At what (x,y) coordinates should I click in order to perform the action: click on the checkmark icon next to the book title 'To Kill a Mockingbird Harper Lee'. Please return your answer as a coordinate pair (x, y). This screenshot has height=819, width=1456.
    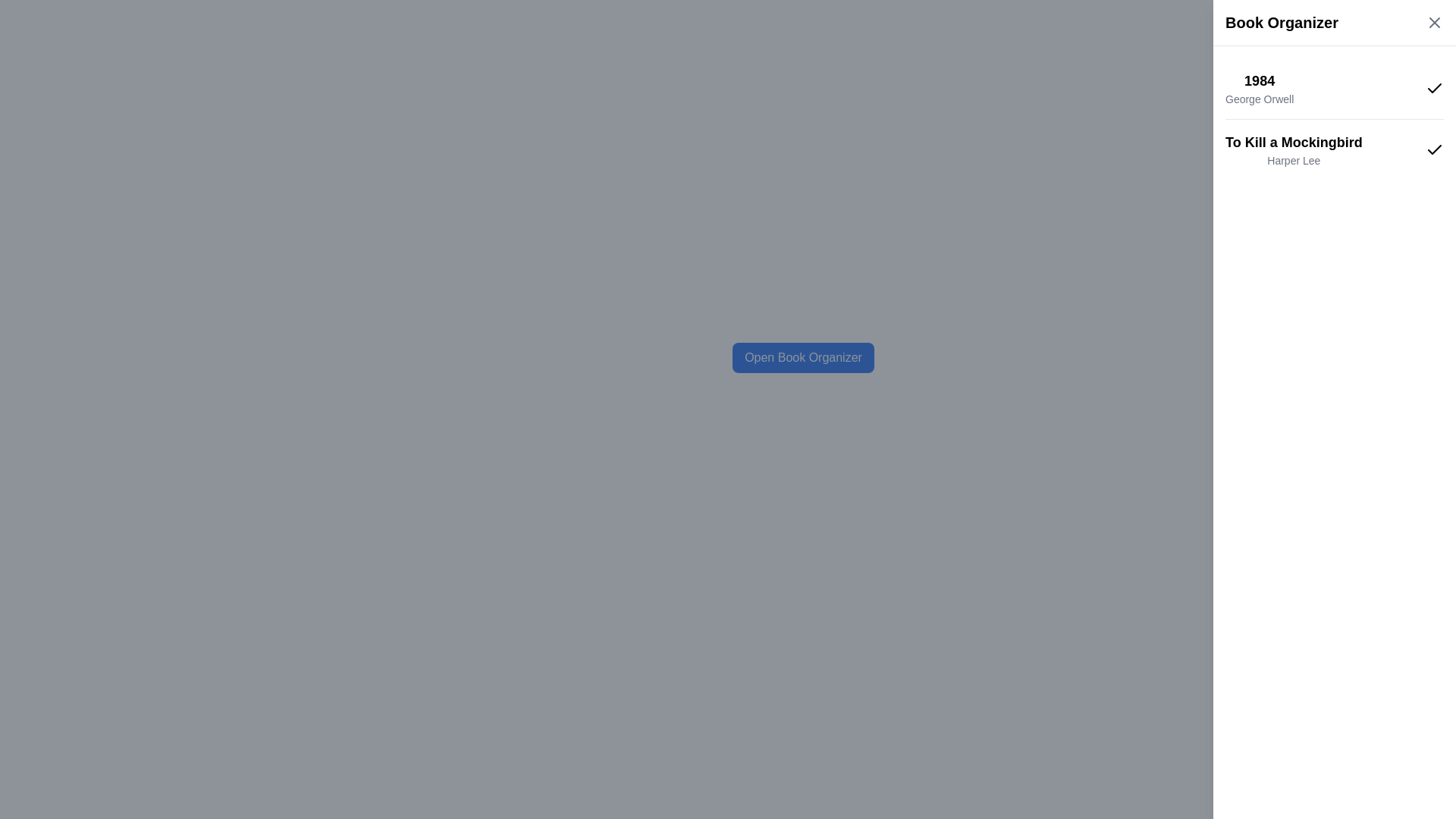
    Looking at the image, I should click on (1433, 88).